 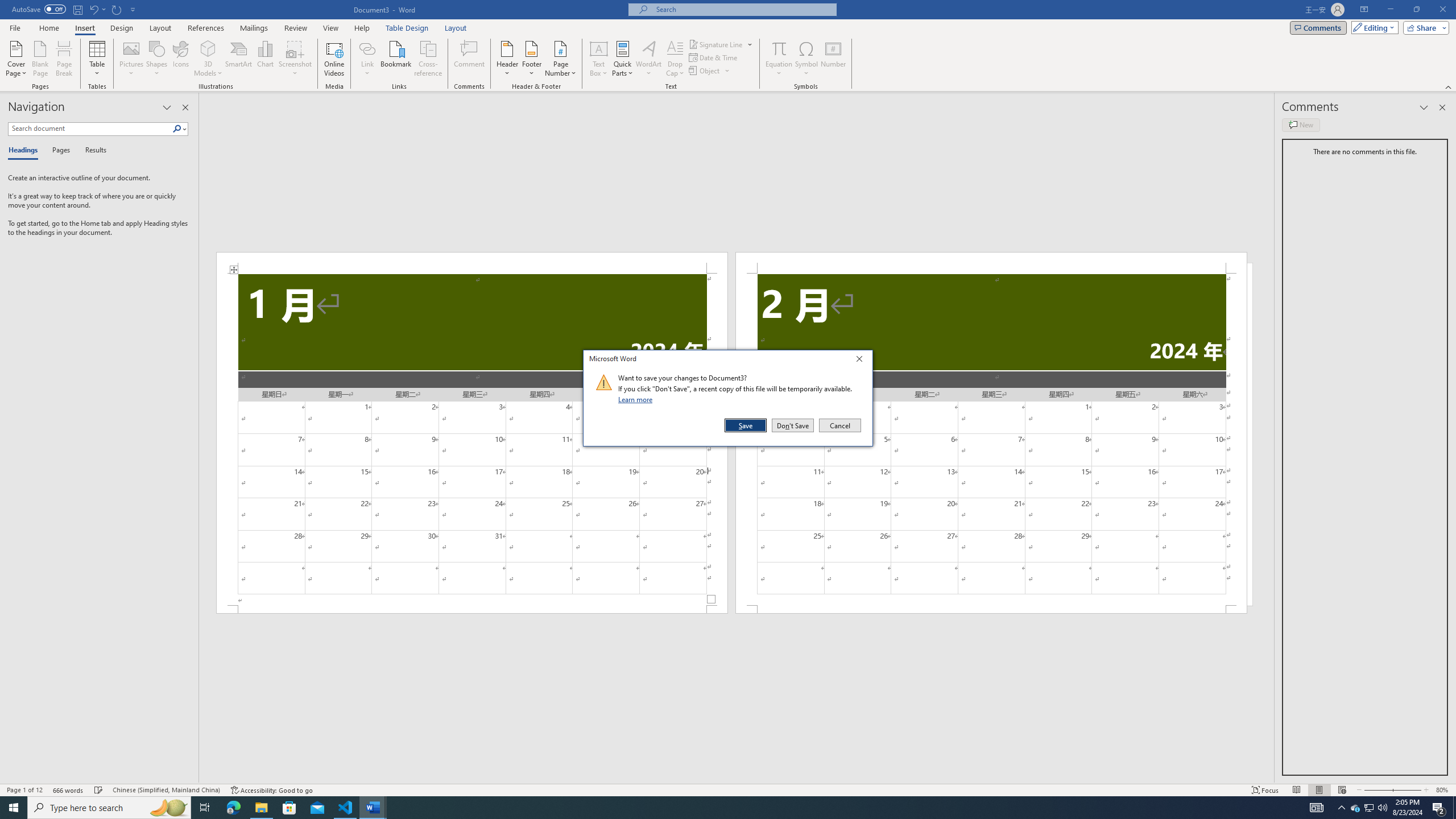 What do you see at coordinates (208, 59) in the screenshot?
I see `'3D Models'` at bounding box center [208, 59].